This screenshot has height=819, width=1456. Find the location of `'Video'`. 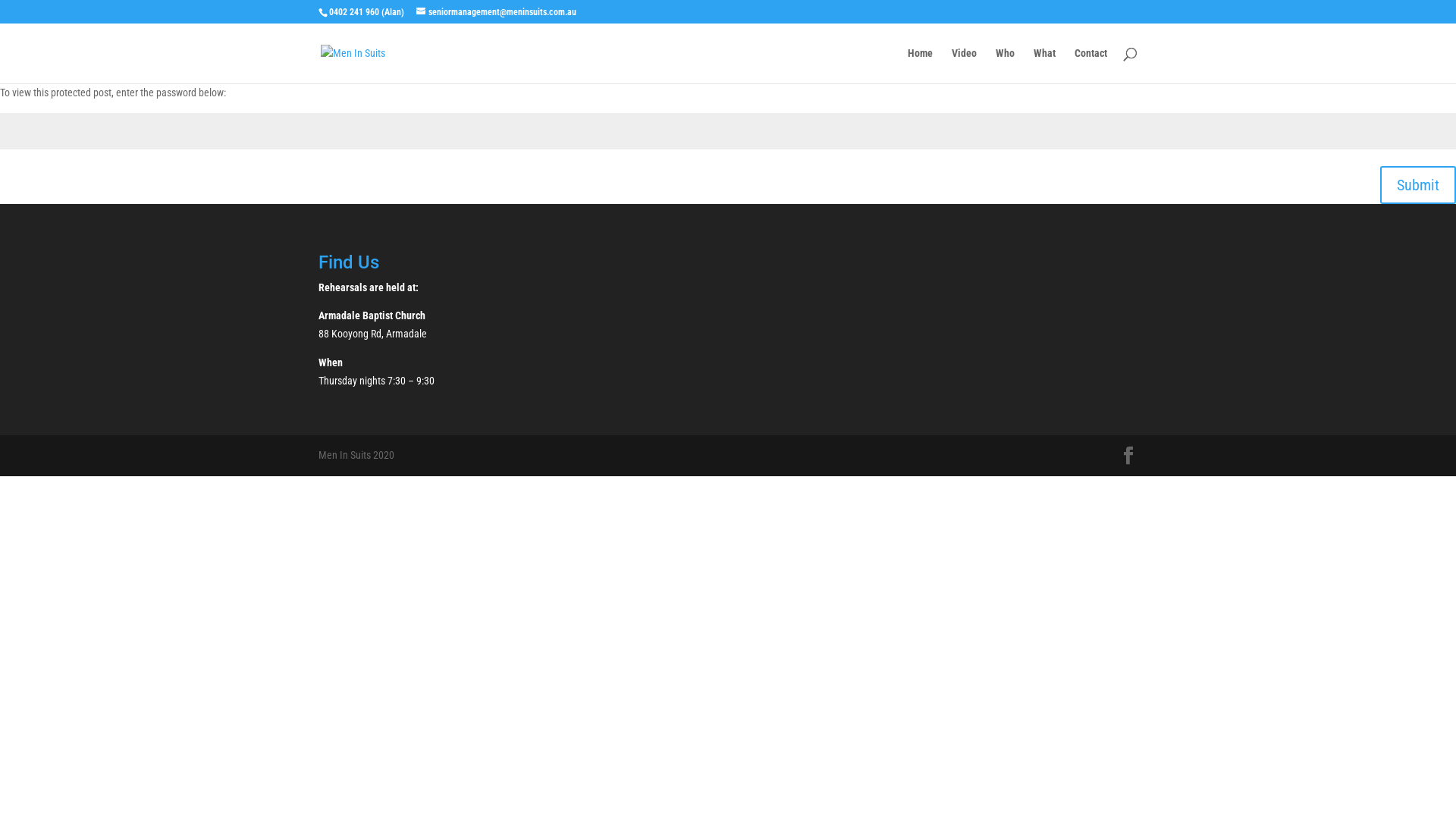

'Video' is located at coordinates (950, 64).